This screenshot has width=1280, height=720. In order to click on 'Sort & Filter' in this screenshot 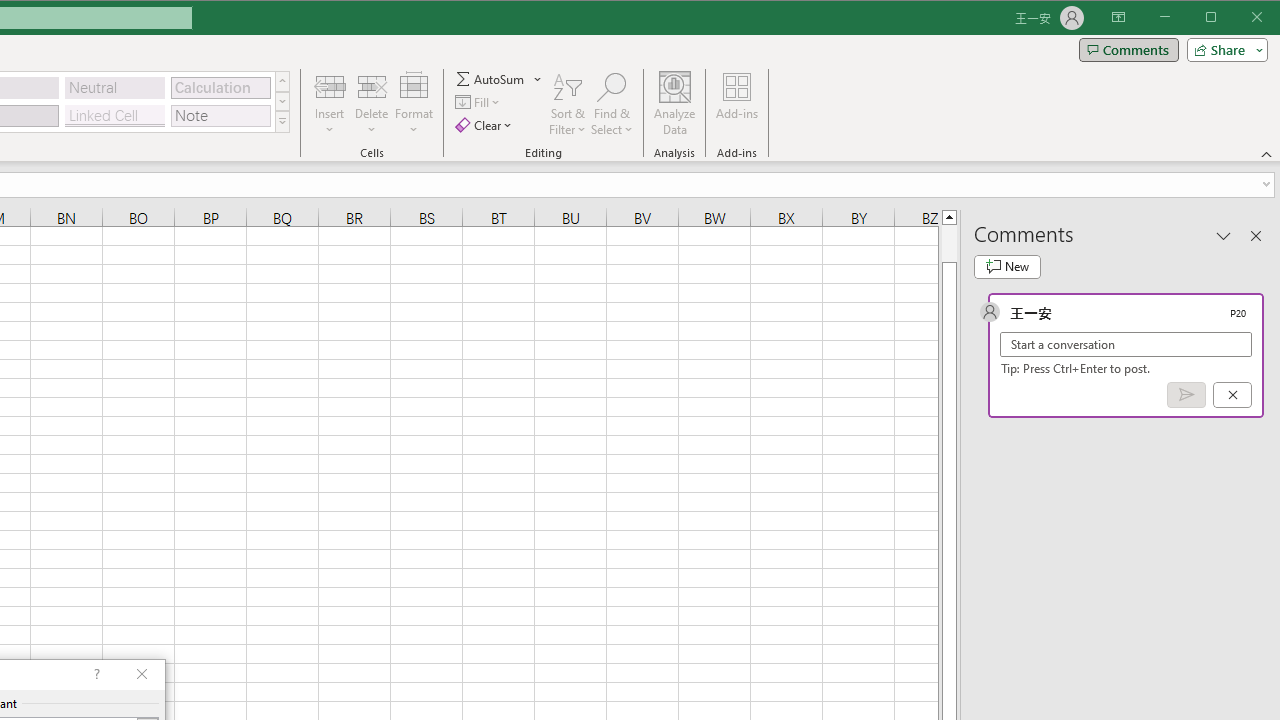, I will do `click(566, 104)`.